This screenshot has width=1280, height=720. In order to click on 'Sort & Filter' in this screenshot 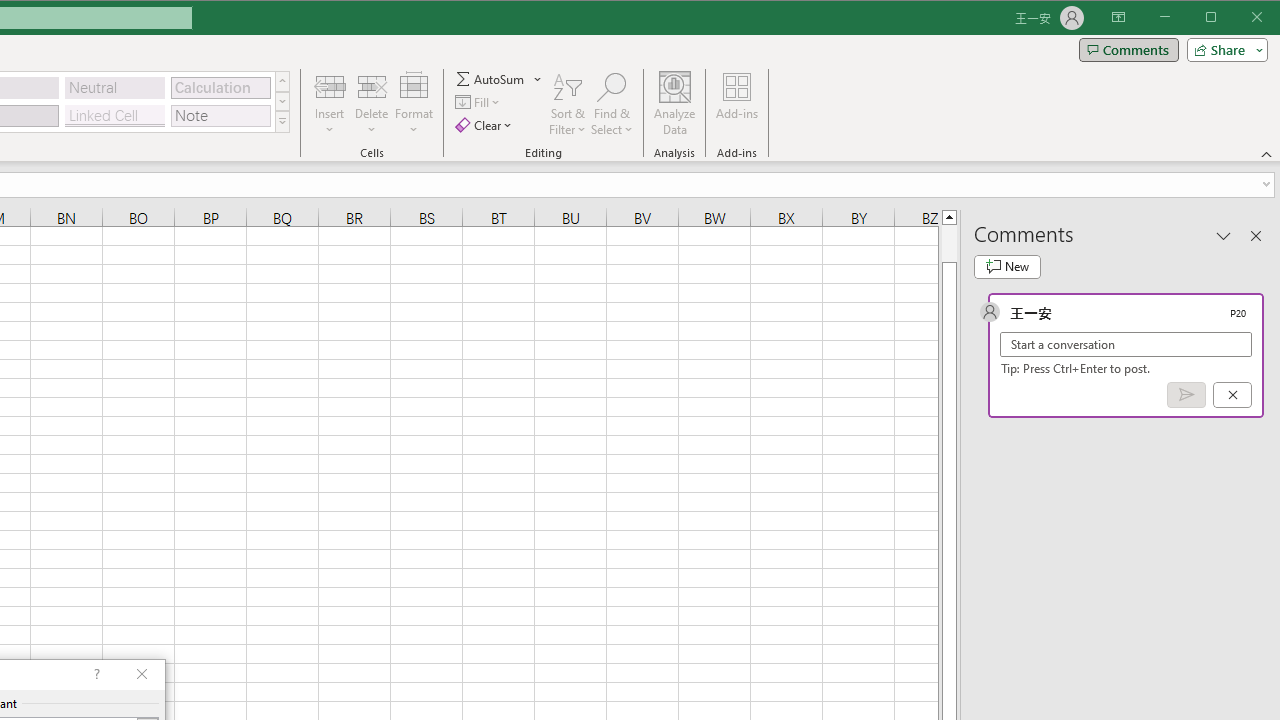, I will do `click(566, 104)`.